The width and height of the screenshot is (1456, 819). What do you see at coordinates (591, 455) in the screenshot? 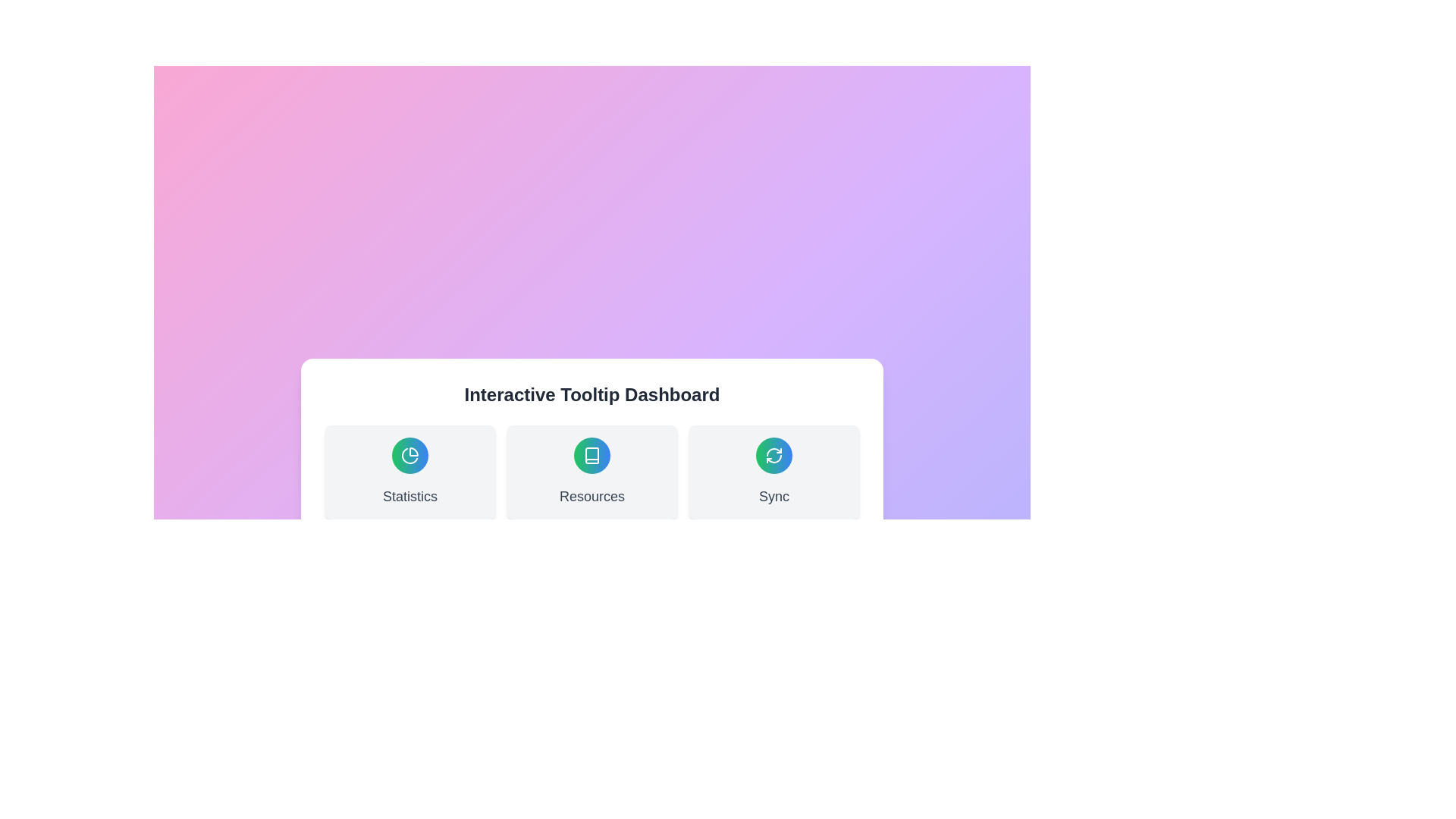
I see `the 'Resources' icon located at the center of the middle card in the 'Interactive Tooltip Dashboard.'` at bounding box center [591, 455].